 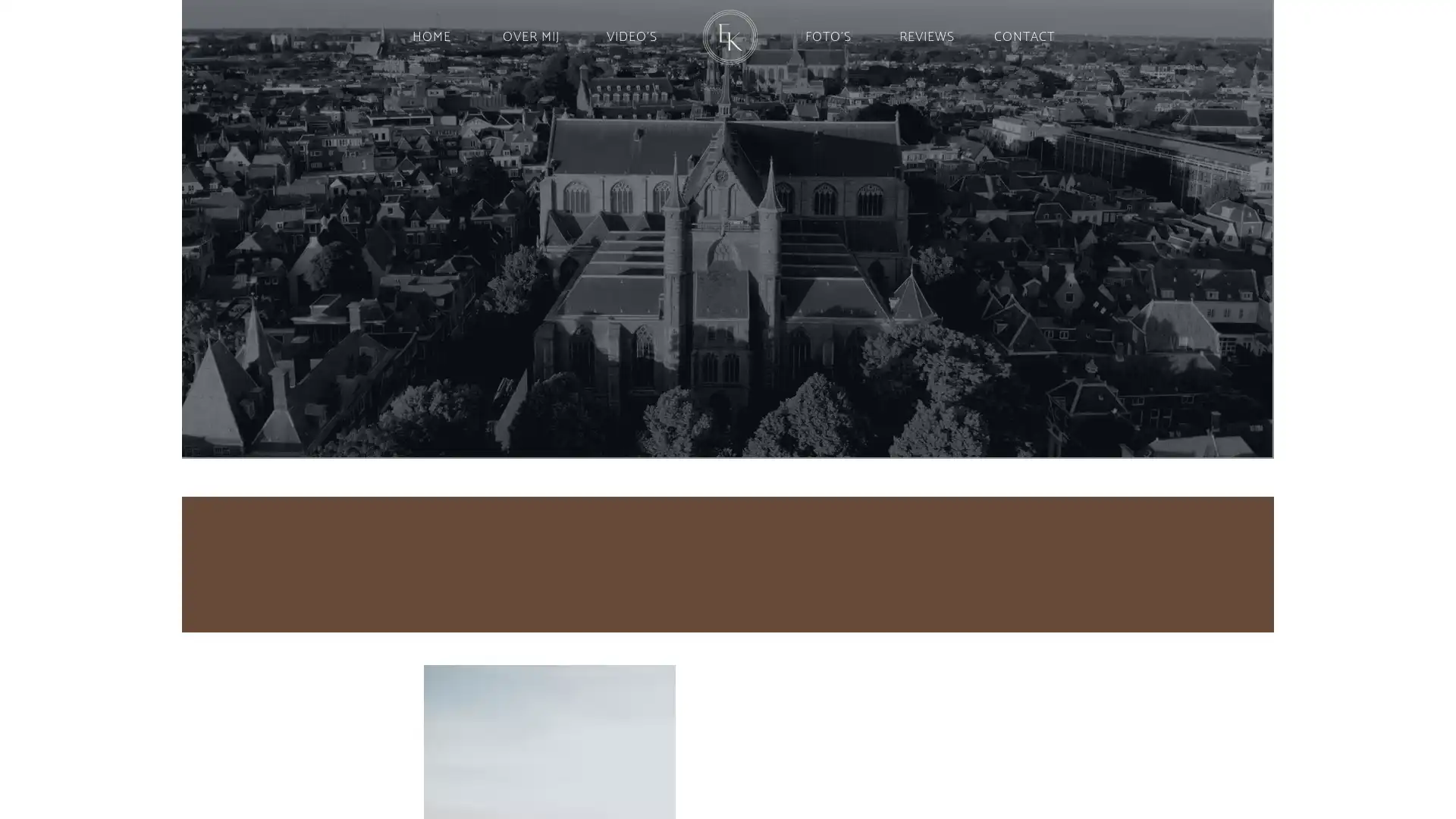 I want to click on Mute, so click(x=1254, y=441).